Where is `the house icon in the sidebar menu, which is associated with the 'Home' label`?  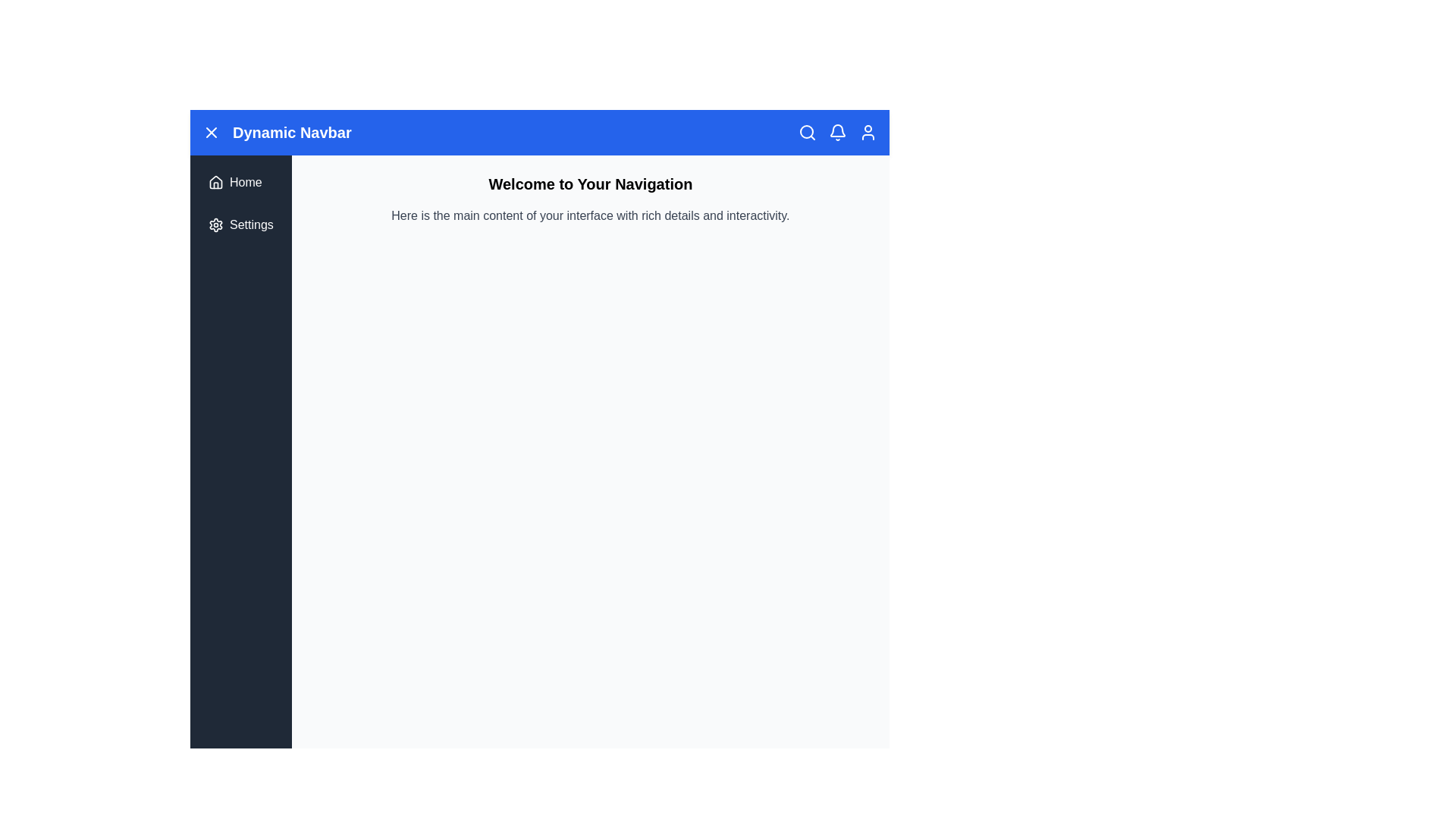
the house icon in the sidebar menu, which is associated with the 'Home' label is located at coordinates (215, 180).